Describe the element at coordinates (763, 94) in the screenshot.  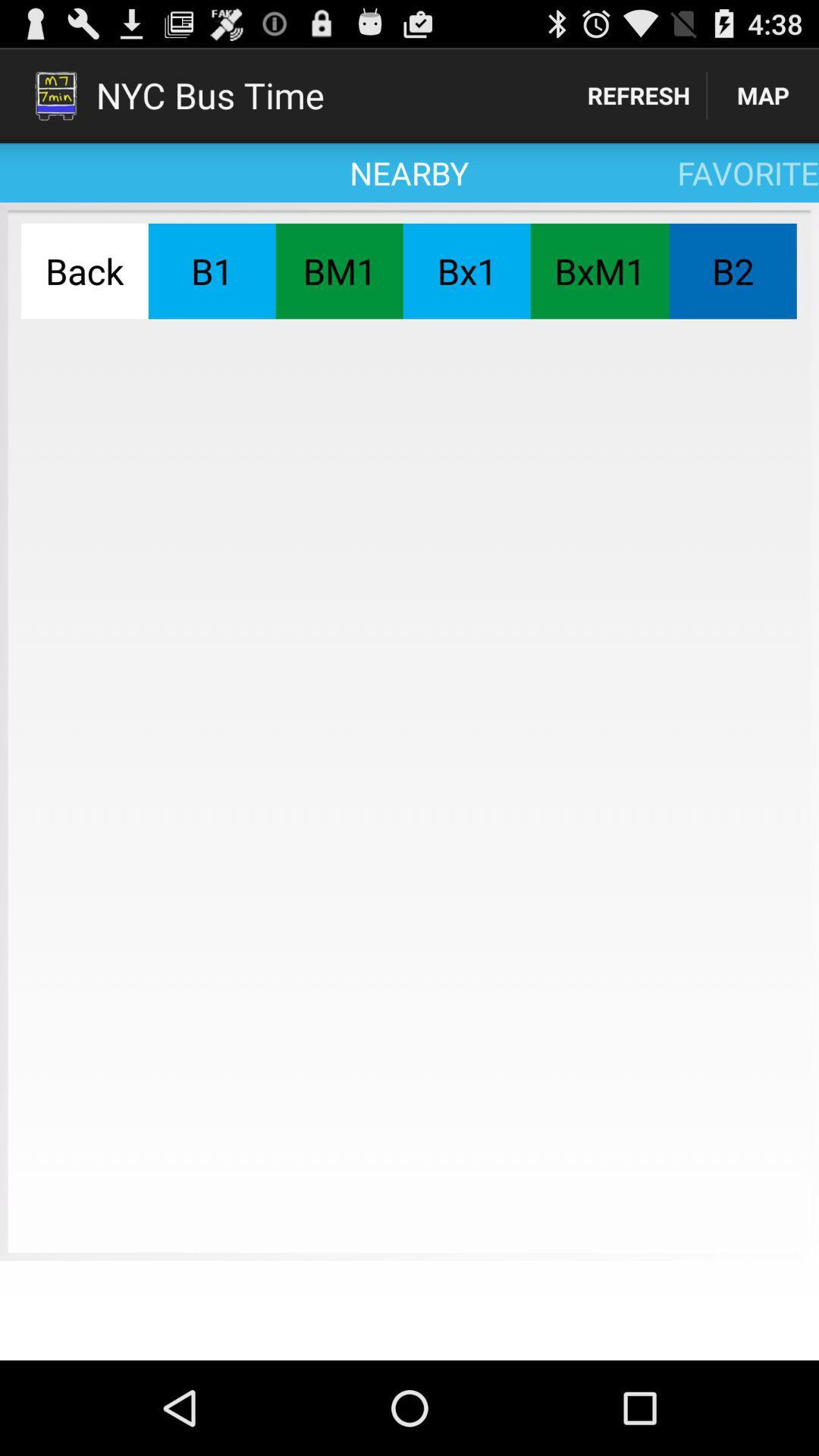
I see `icon to the right of the refresh item` at that location.